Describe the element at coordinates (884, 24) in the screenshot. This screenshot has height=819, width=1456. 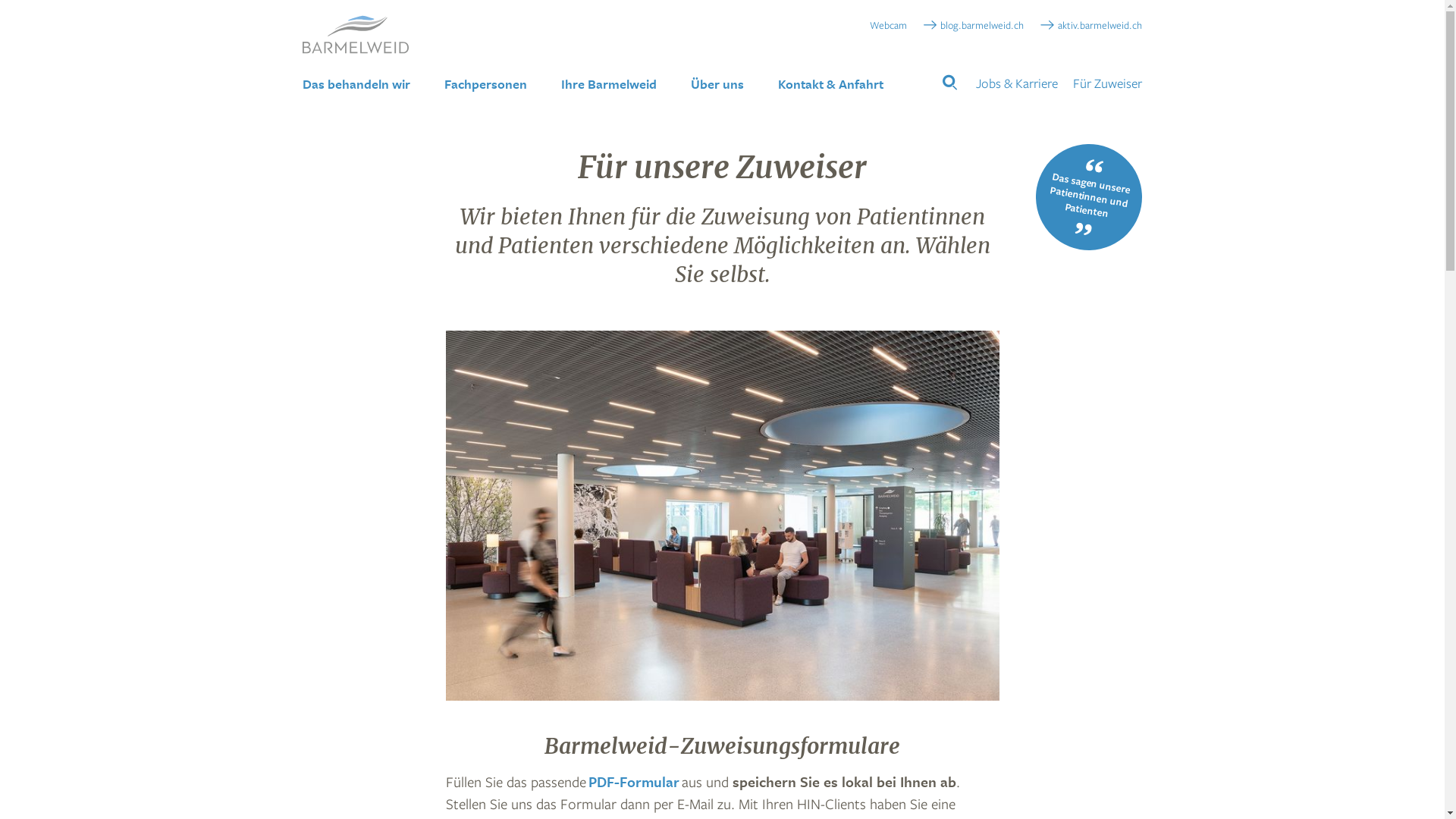
I see `'Webcam'` at that location.